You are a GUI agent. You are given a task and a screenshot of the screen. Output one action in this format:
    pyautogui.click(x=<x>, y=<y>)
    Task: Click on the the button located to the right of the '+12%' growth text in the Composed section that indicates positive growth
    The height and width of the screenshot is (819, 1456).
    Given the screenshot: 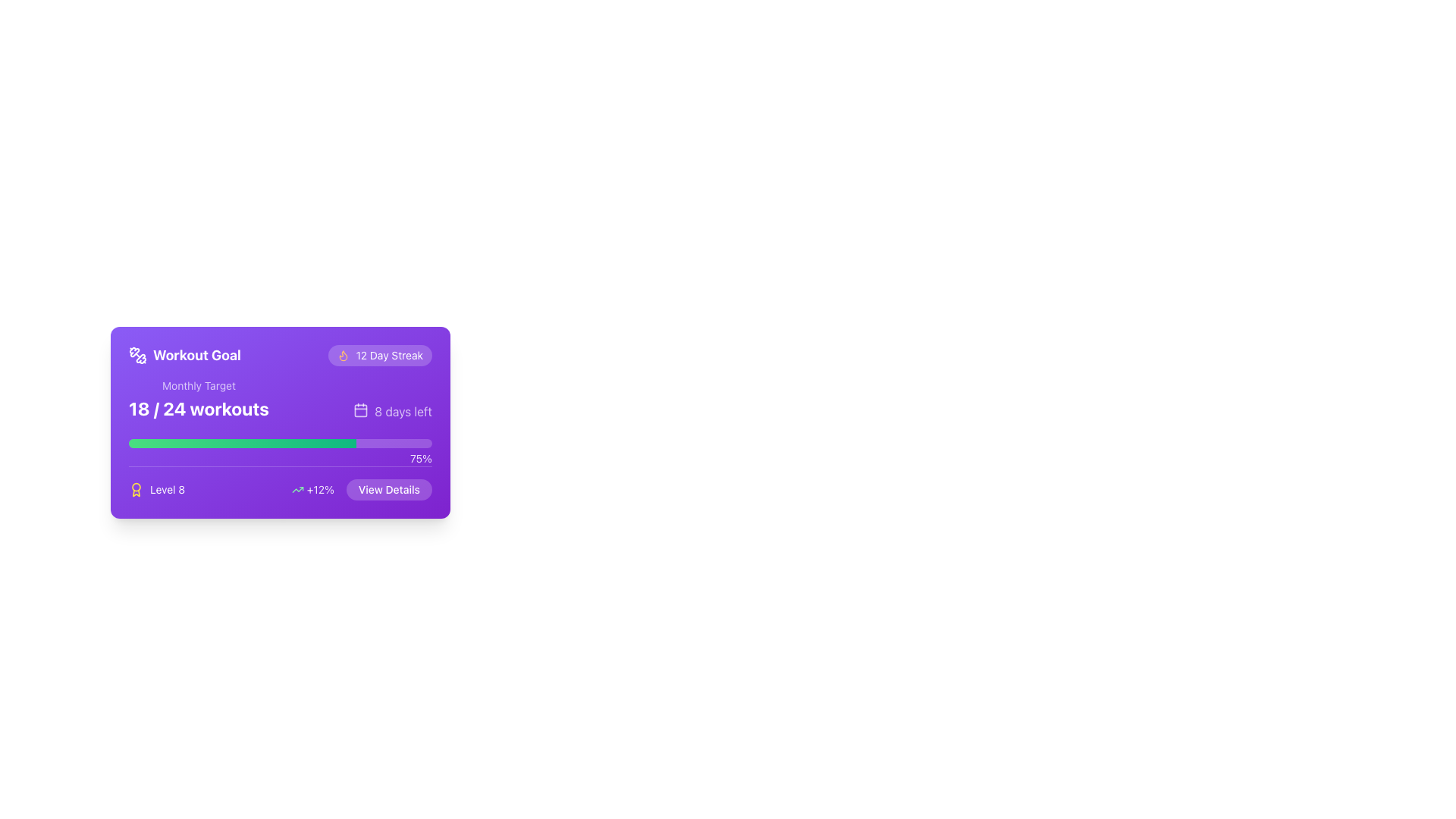 What is the action you would take?
    pyautogui.click(x=361, y=489)
    